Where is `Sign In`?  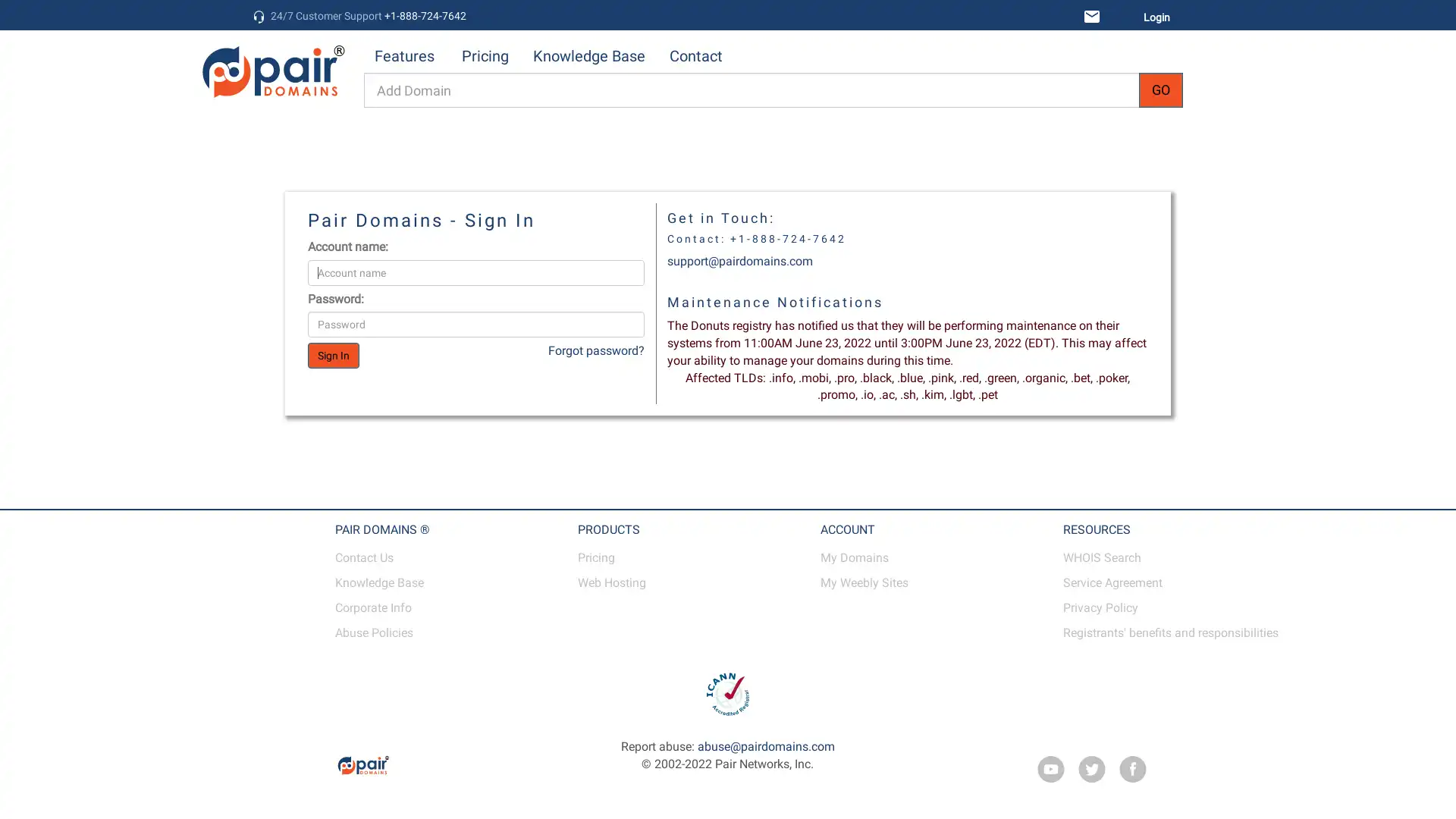 Sign In is located at coordinates (333, 356).